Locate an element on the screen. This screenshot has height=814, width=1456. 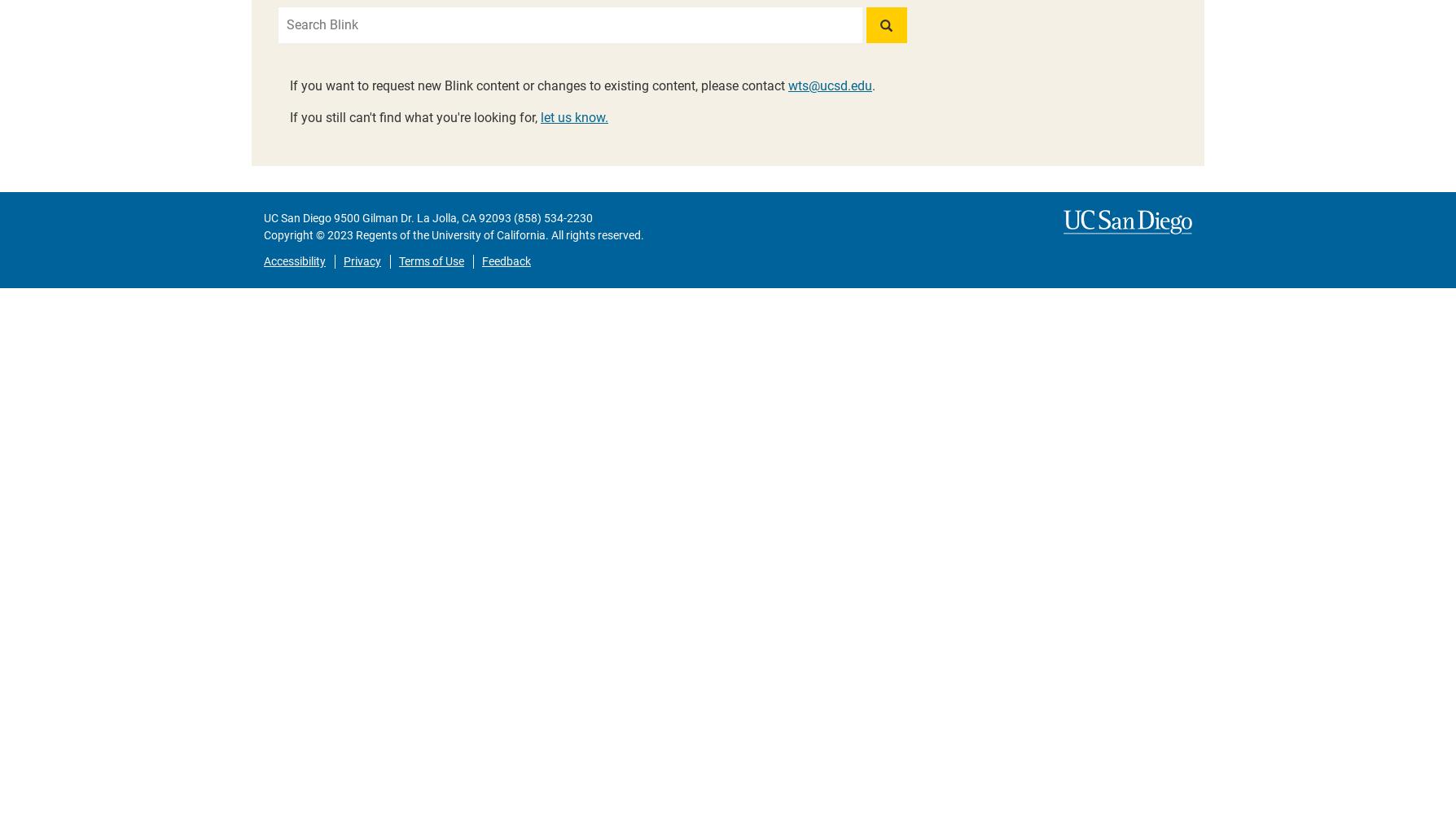
'Feedback' is located at coordinates (505, 260).